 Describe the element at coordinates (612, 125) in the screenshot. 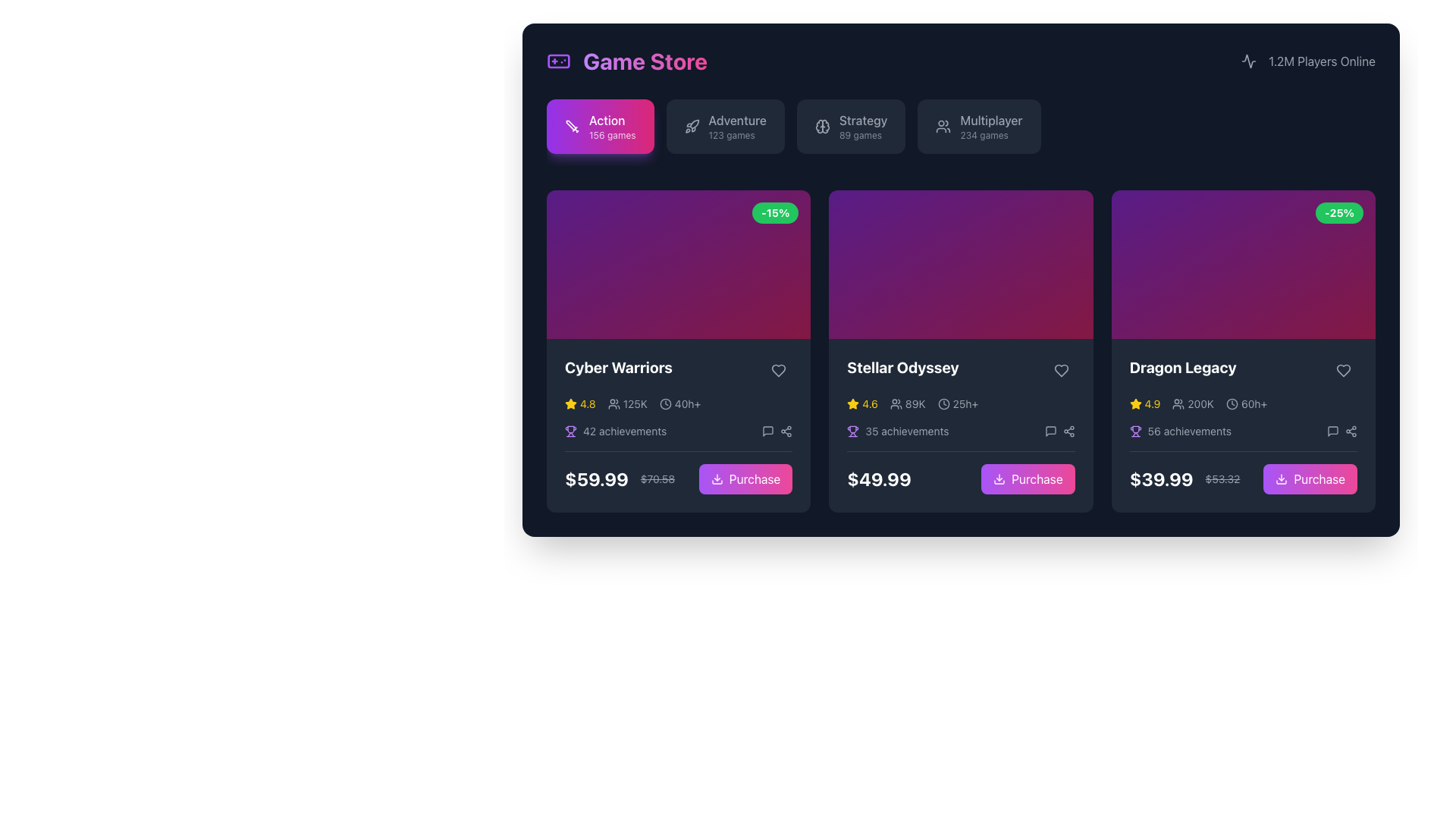

I see `text 'Action 156 games' from the text label within the gradient button located at the top-left part of the interface` at that location.